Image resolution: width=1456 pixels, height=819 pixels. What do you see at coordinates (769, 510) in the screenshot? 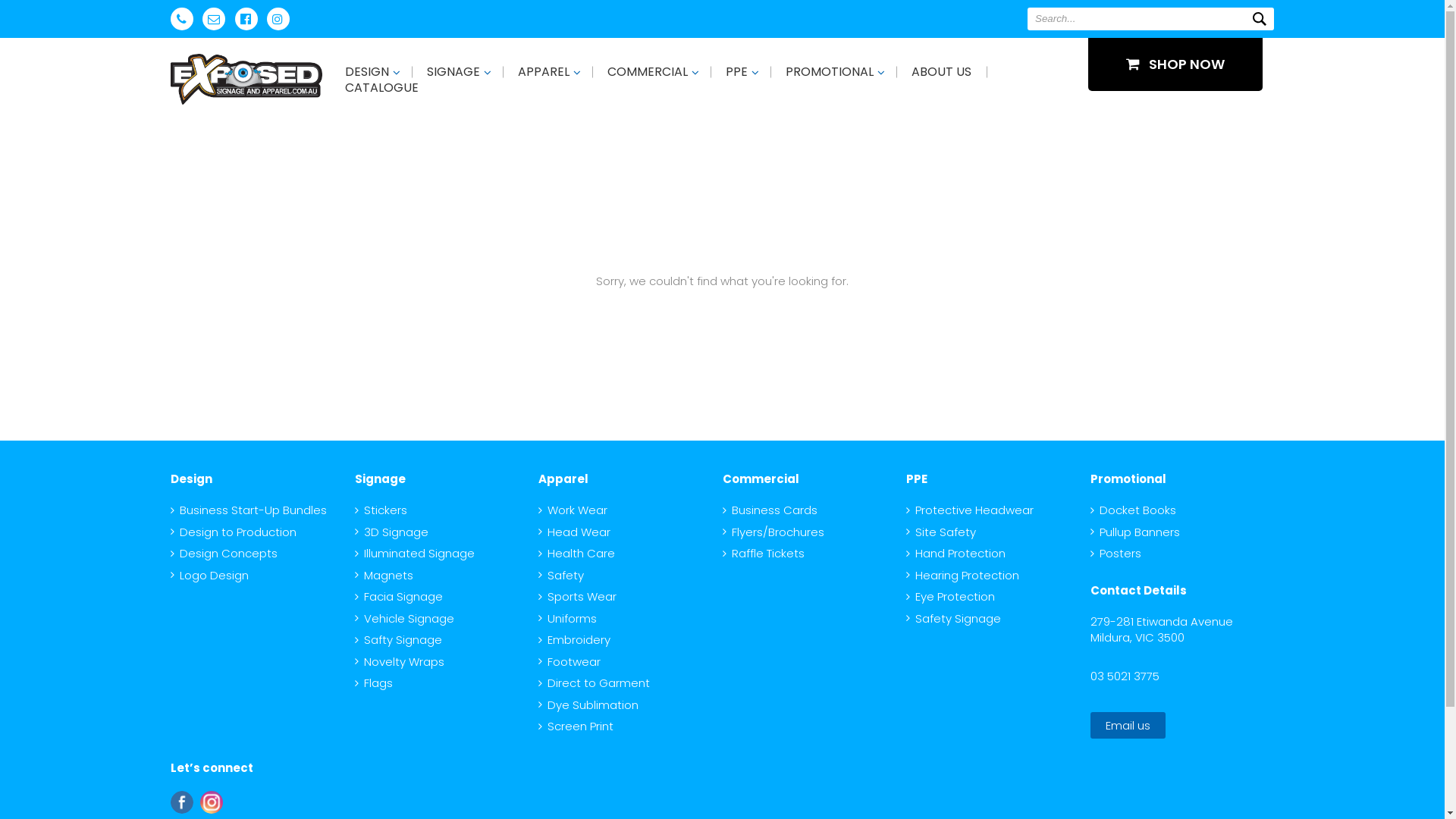
I see `'Business Cards'` at bounding box center [769, 510].